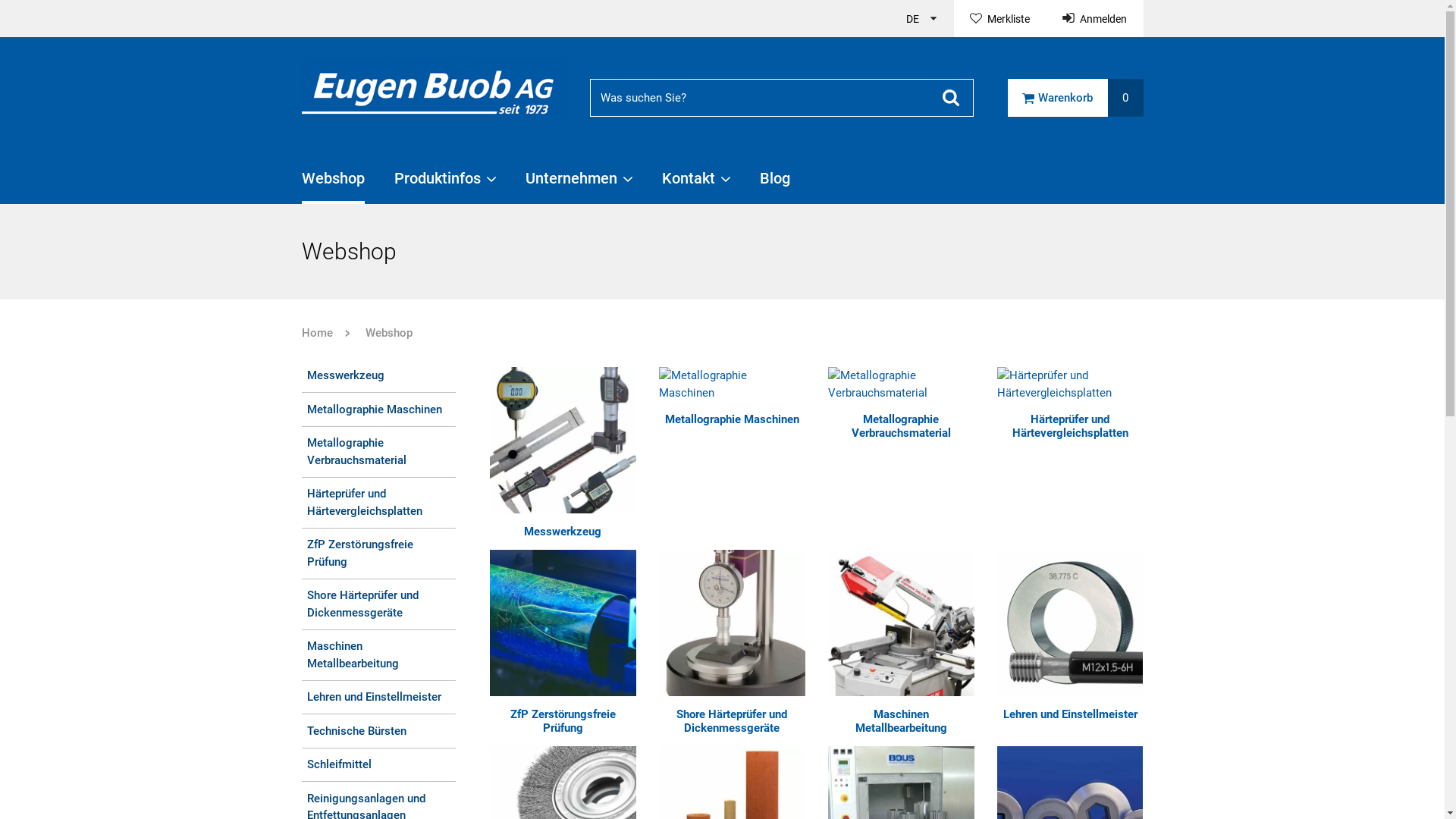 The height and width of the screenshot is (819, 1456). Describe the element at coordinates (444, 184) in the screenshot. I see `'Produktinfos'` at that location.